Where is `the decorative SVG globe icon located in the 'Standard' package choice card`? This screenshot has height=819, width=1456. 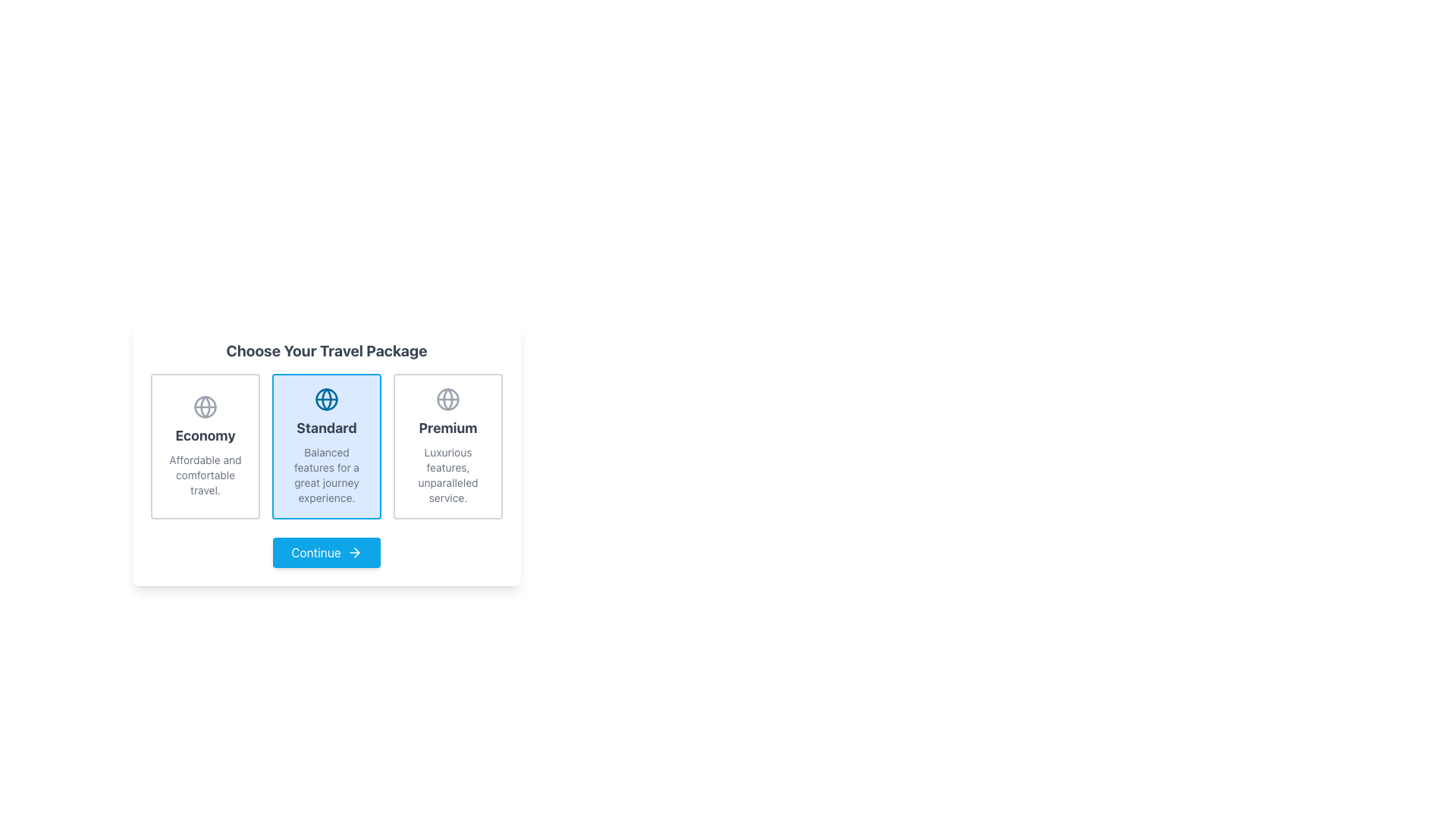 the decorative SVG globe icon located in the 'Standard' package choice card is located at coordinates (204, 406).